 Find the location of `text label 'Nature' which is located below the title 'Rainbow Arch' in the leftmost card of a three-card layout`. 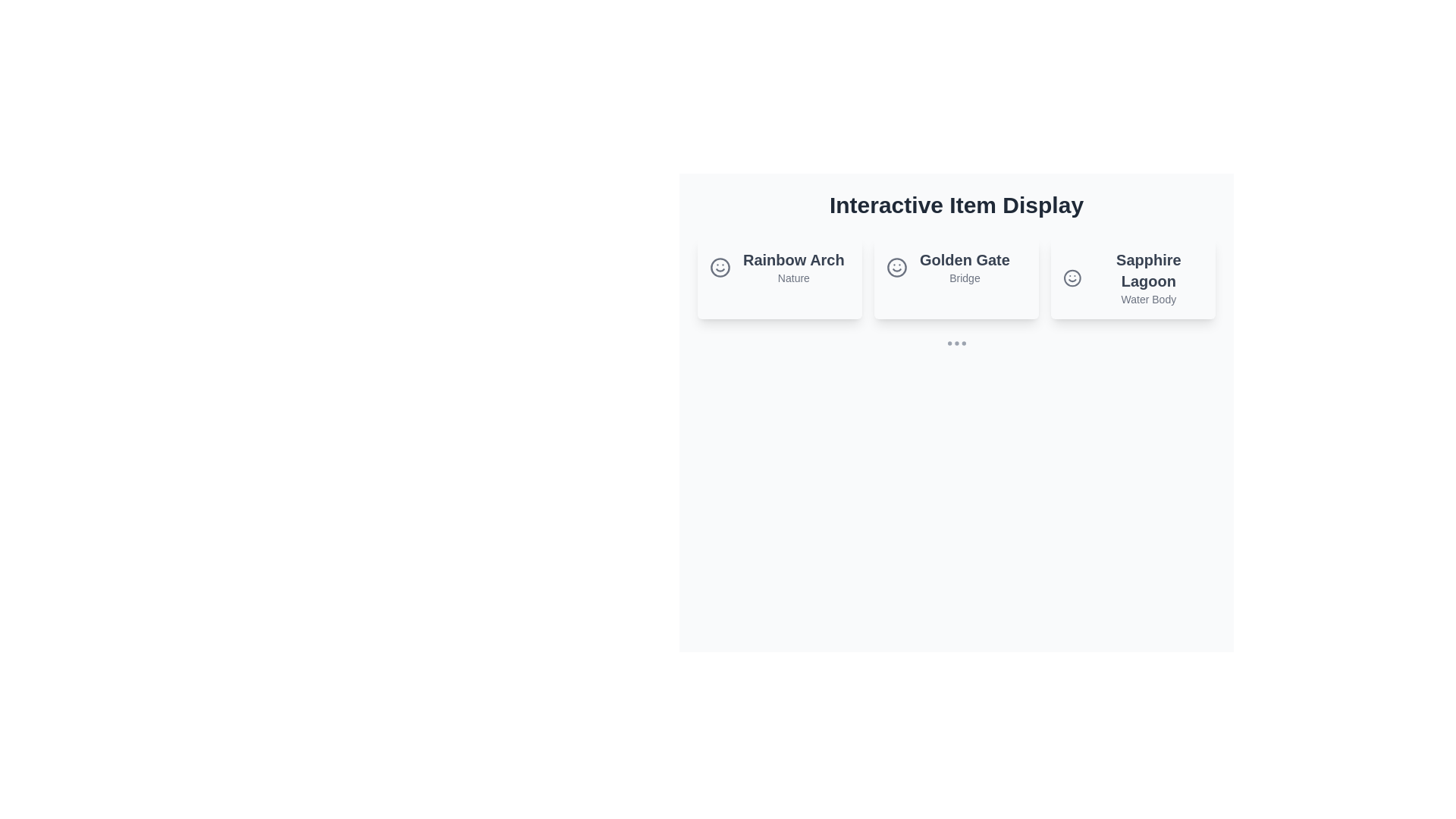

text label 'Nature' which is located below the title 'Rainbow Arch' in the leftmost card of a three-card layout is located at coordinates (792, 278).